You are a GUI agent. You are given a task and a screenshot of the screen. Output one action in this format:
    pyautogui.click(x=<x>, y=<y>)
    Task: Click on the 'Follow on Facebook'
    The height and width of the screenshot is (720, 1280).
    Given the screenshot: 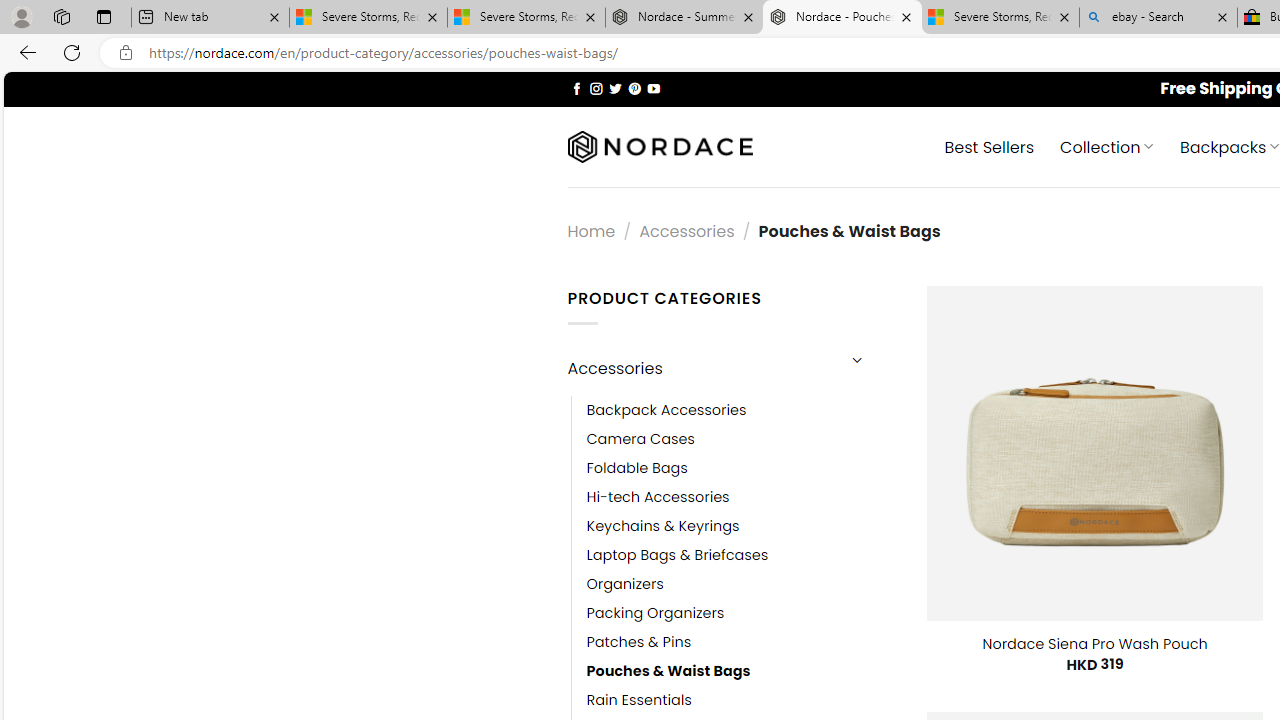 What is the action you would take?
    pyautogui.click(x=576, y=87)
    